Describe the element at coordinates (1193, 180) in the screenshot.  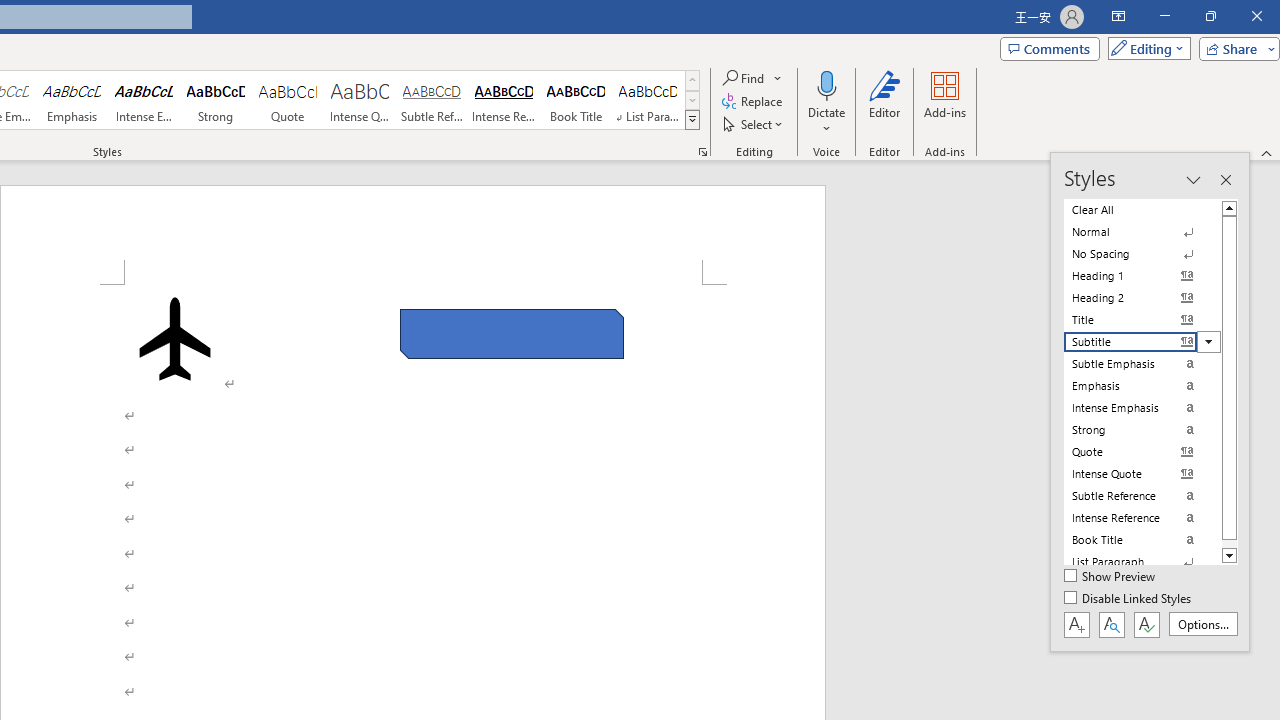
I see `'Task Pane Options'` at that location.